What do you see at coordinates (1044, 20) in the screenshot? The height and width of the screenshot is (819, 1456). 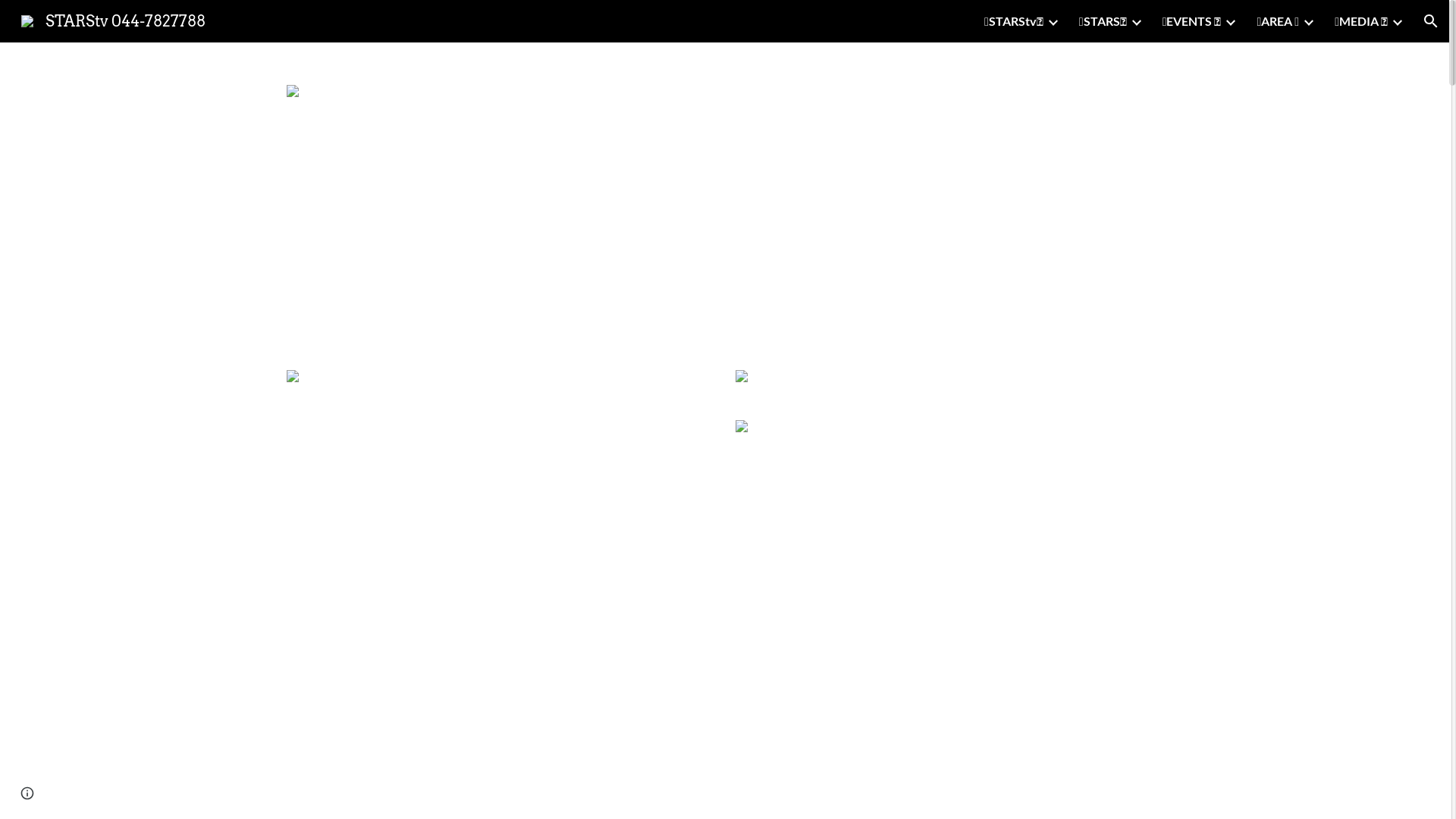 I see `'Expand/Collapse'` at bounding box center [1044, 20].